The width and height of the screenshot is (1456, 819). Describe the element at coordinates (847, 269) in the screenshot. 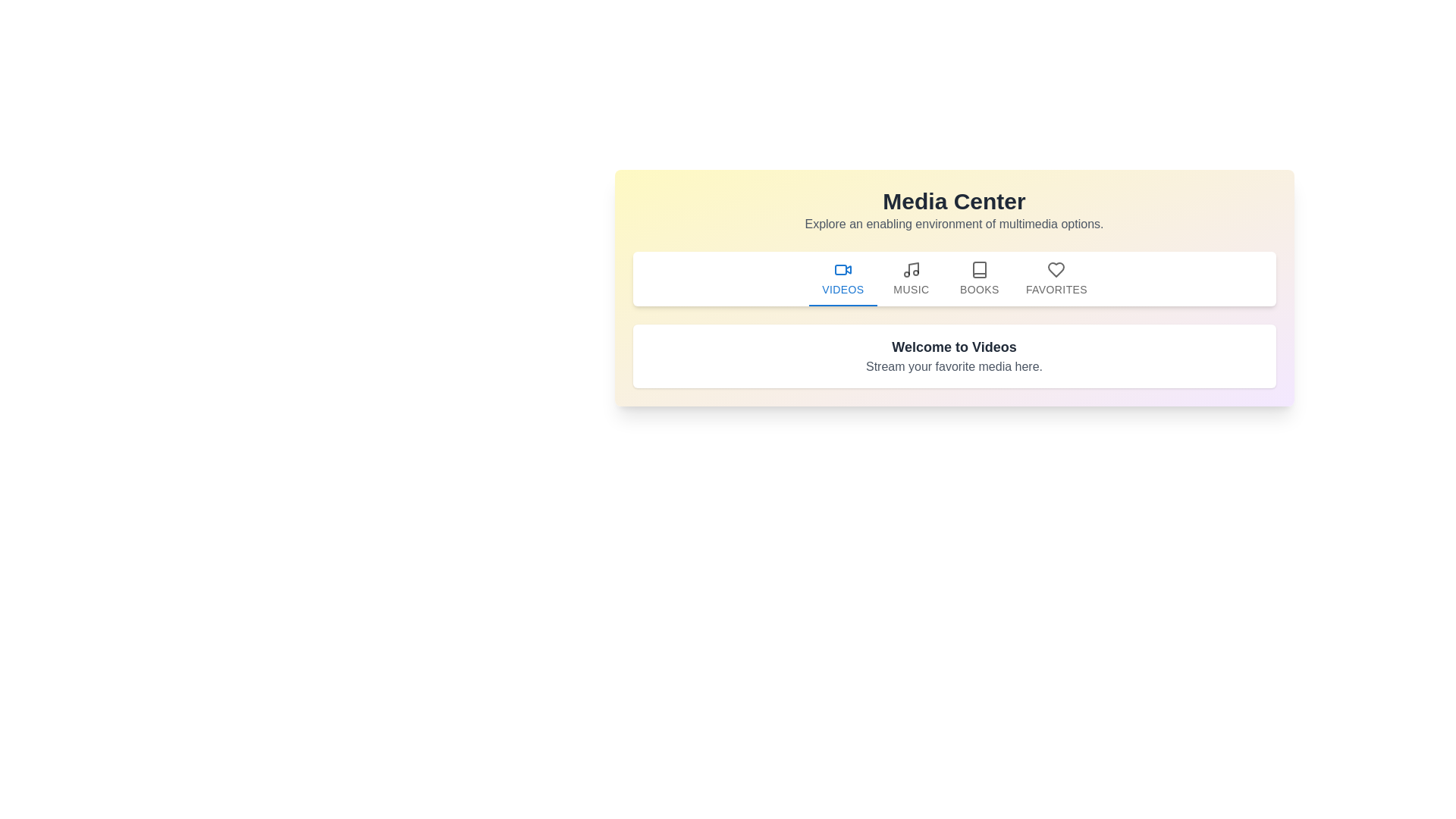

I see `the triangular play button icon located within the video camera icon in the 'VIDEOS' tab` at that location.